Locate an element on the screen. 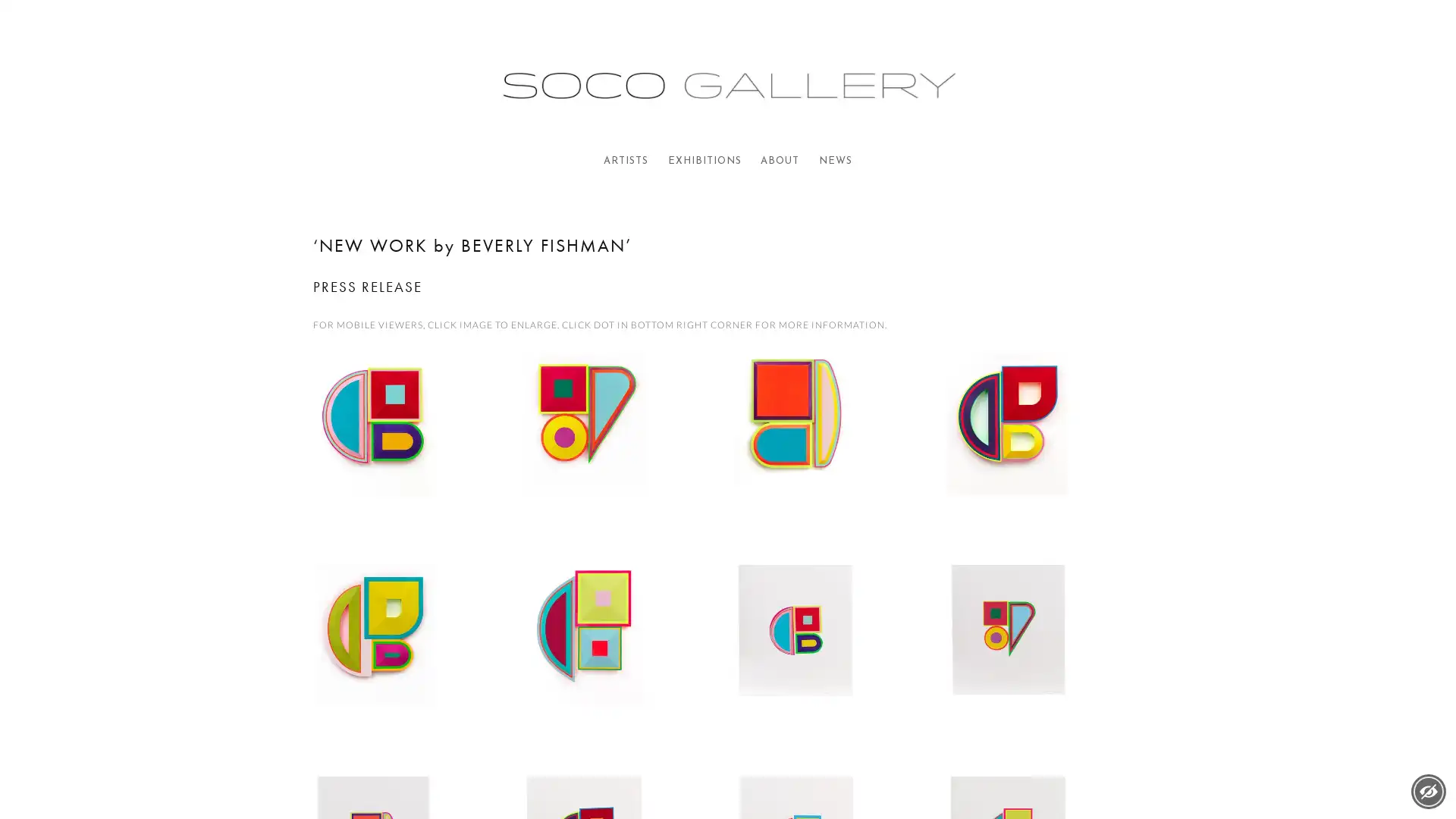 Image resolution: width=1456 pixels, height=819 pixels. View fullsize BEVERLY FISHMAN Untitled (Pain, Depression, Depression), 2021 Urethane paint on wood 45 x 37.5 inches INQUIRE + is located at coordinates (622, 661).